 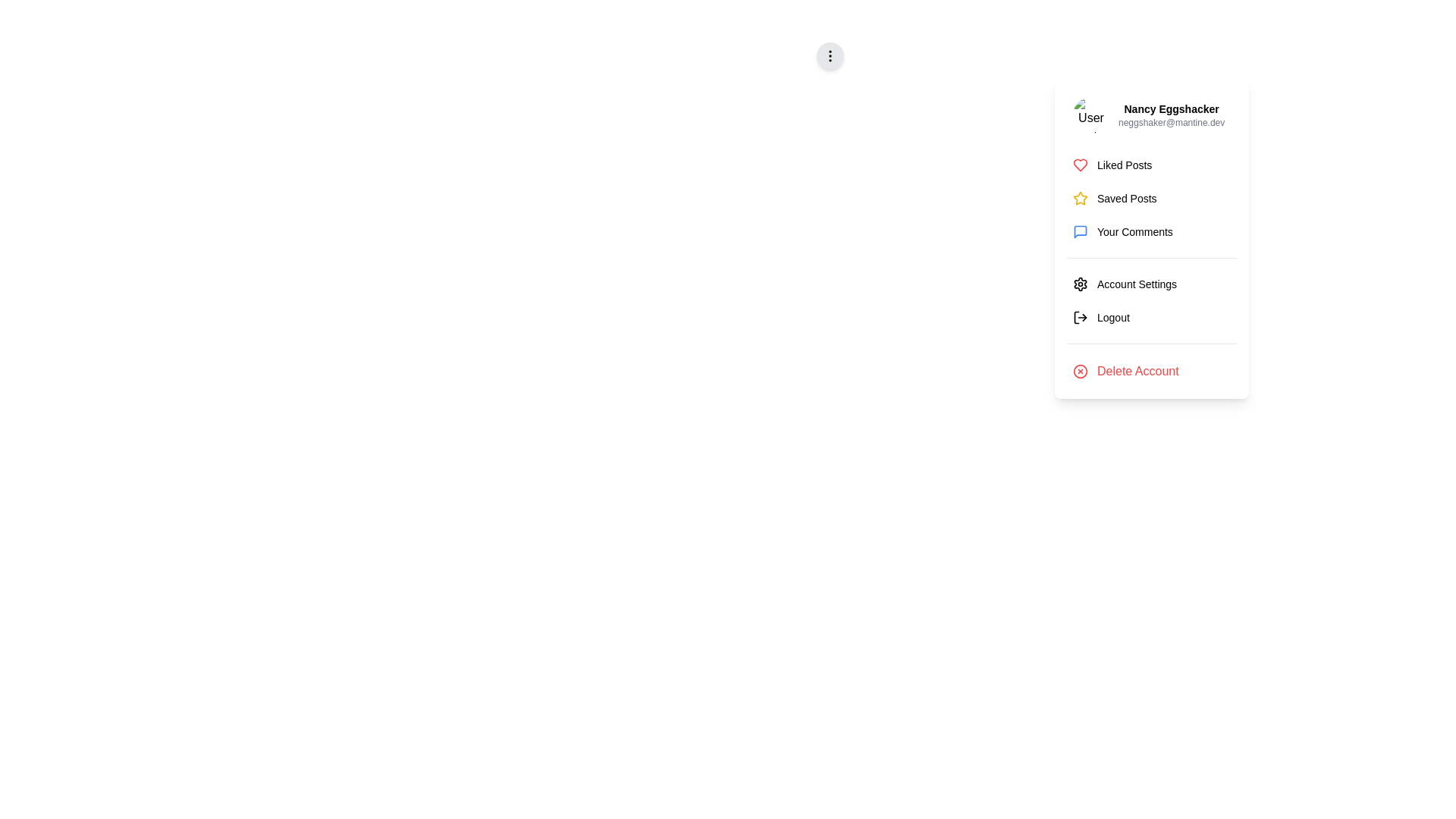 I want to click on the 'Account Settings' option in the dropdown menu located in the top-right section of the interface, so click(x=1151, y=294).